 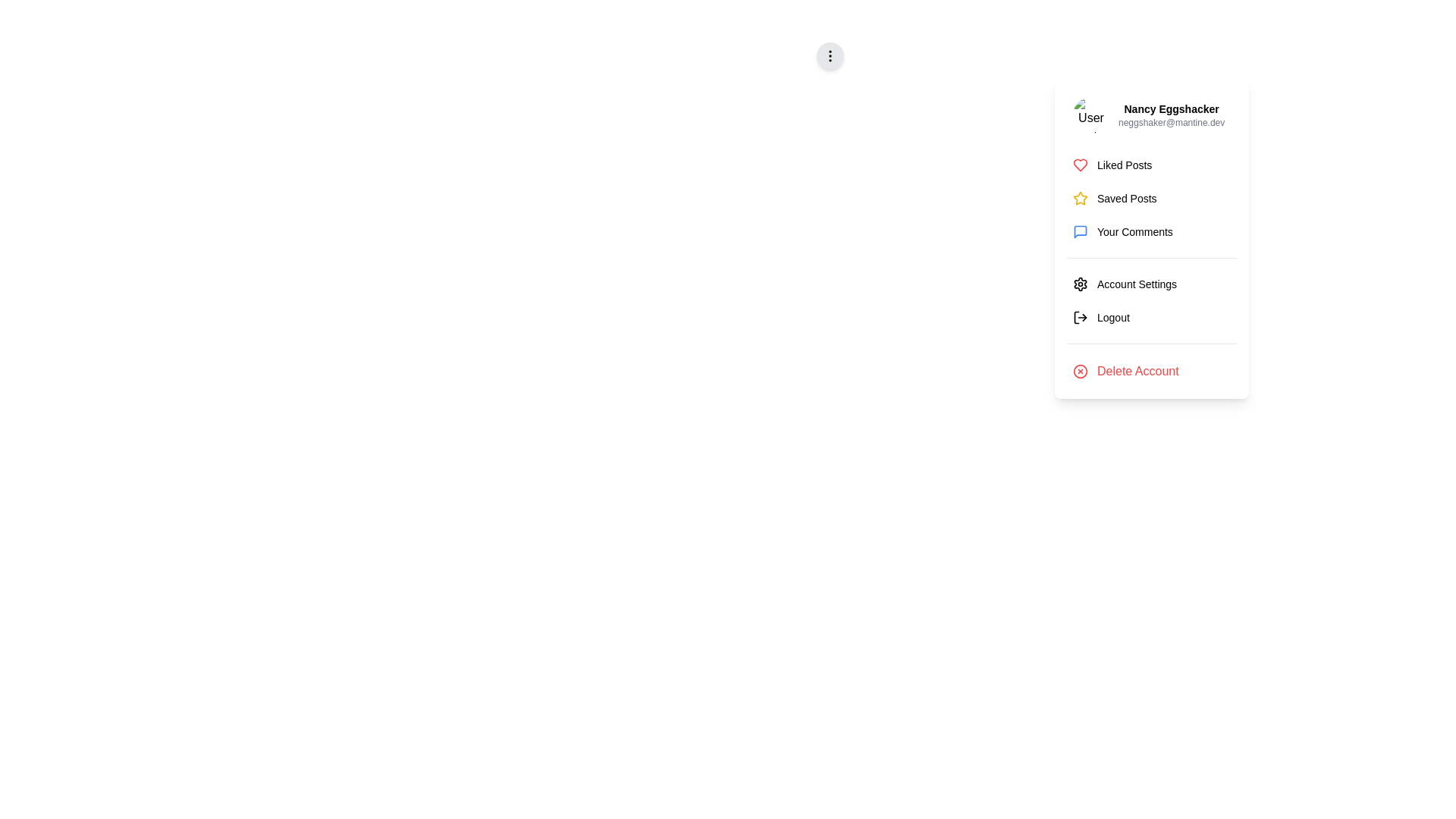 I want to click on the 'Account Settings' option in the dropdown menu located in the top-right section of the interface, so click(x=1151, y=294).